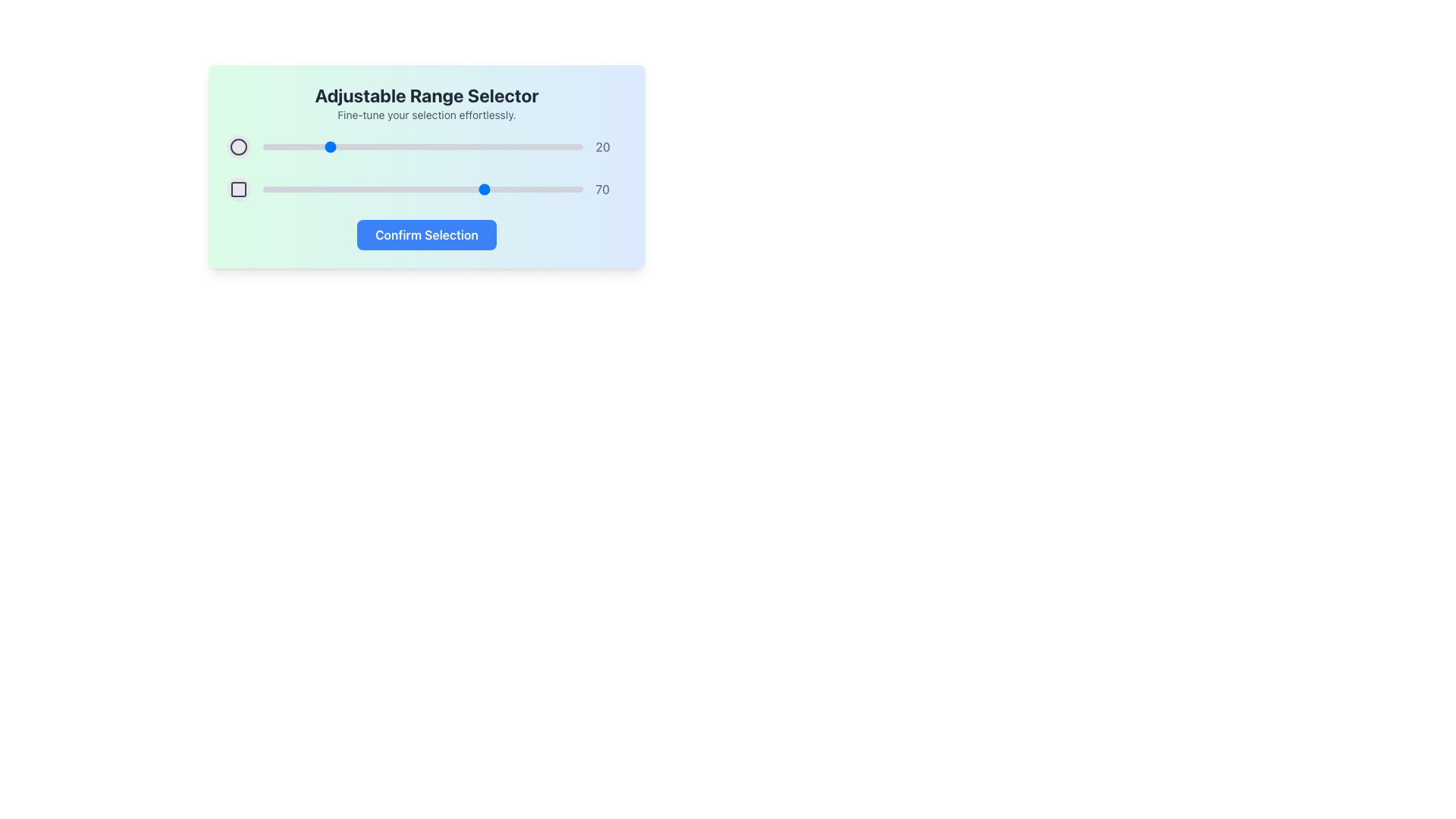 The width and height of the screenshot is (1456, 819). Describe the element at coordinates (510, 189) in the screenshot. I see `the slider` at that location.